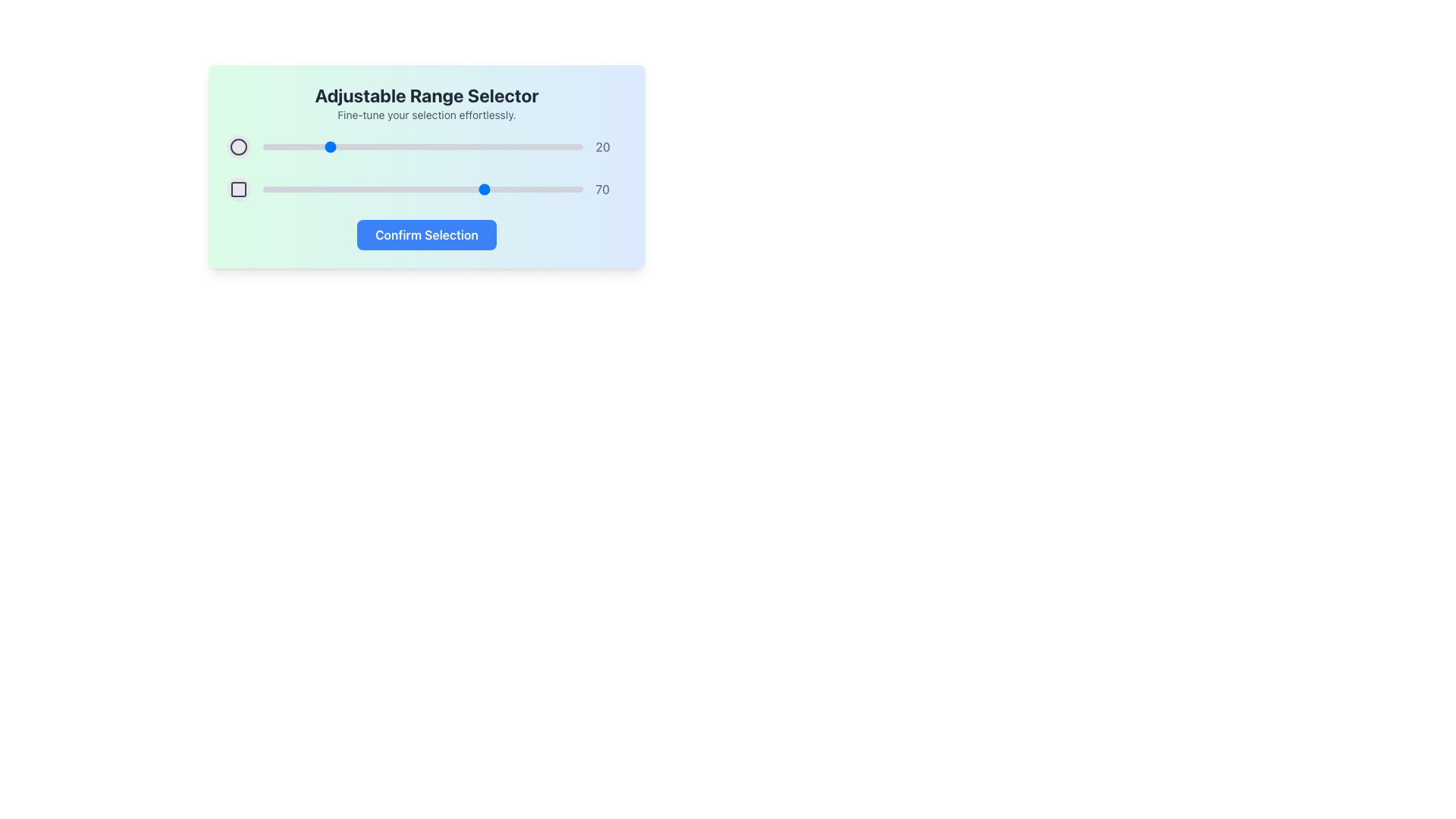 The width and height of the screenshot is (1456, 819). Describe the element at coordinates (510, 189) in the screenshot. I see `the slider` at that location.